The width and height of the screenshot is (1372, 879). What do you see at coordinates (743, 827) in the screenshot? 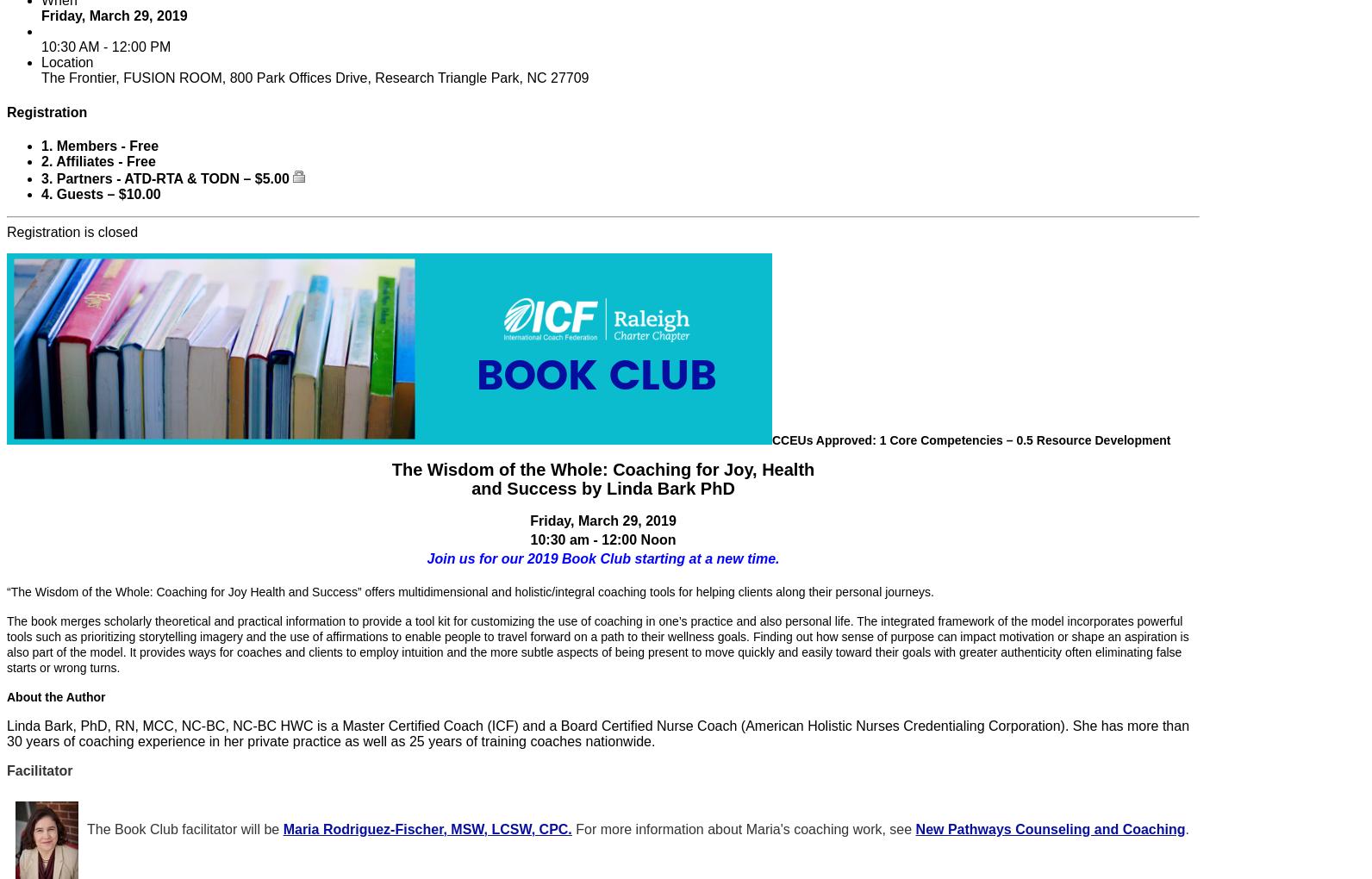
I see `'For more information about Maria's coaching work, see'` at bounding box center [743, 827].